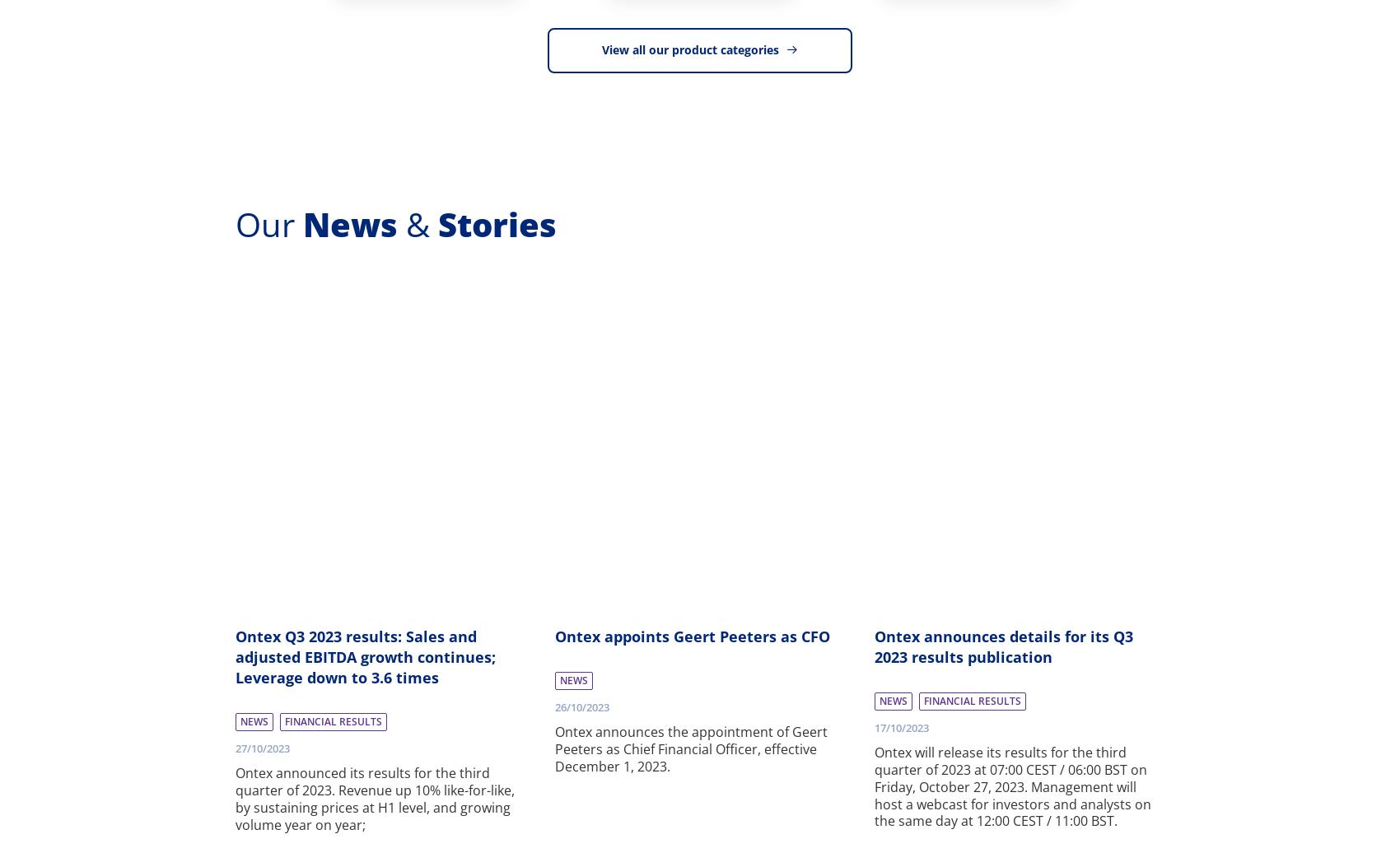 This screenshot has width=1400, height=867. What do you see at coordinates (1011, 785) in the screenshot?
I see `'Ontex will release its results for the third quarter of 2023 at 07:00 CEST / 06:00 BST on Friday, October 27, 2023. Management will host a webcast for investors and analysts on the same day at 12:00 CEST / 11:00 BST.'` at bounding box center [1011, 785].